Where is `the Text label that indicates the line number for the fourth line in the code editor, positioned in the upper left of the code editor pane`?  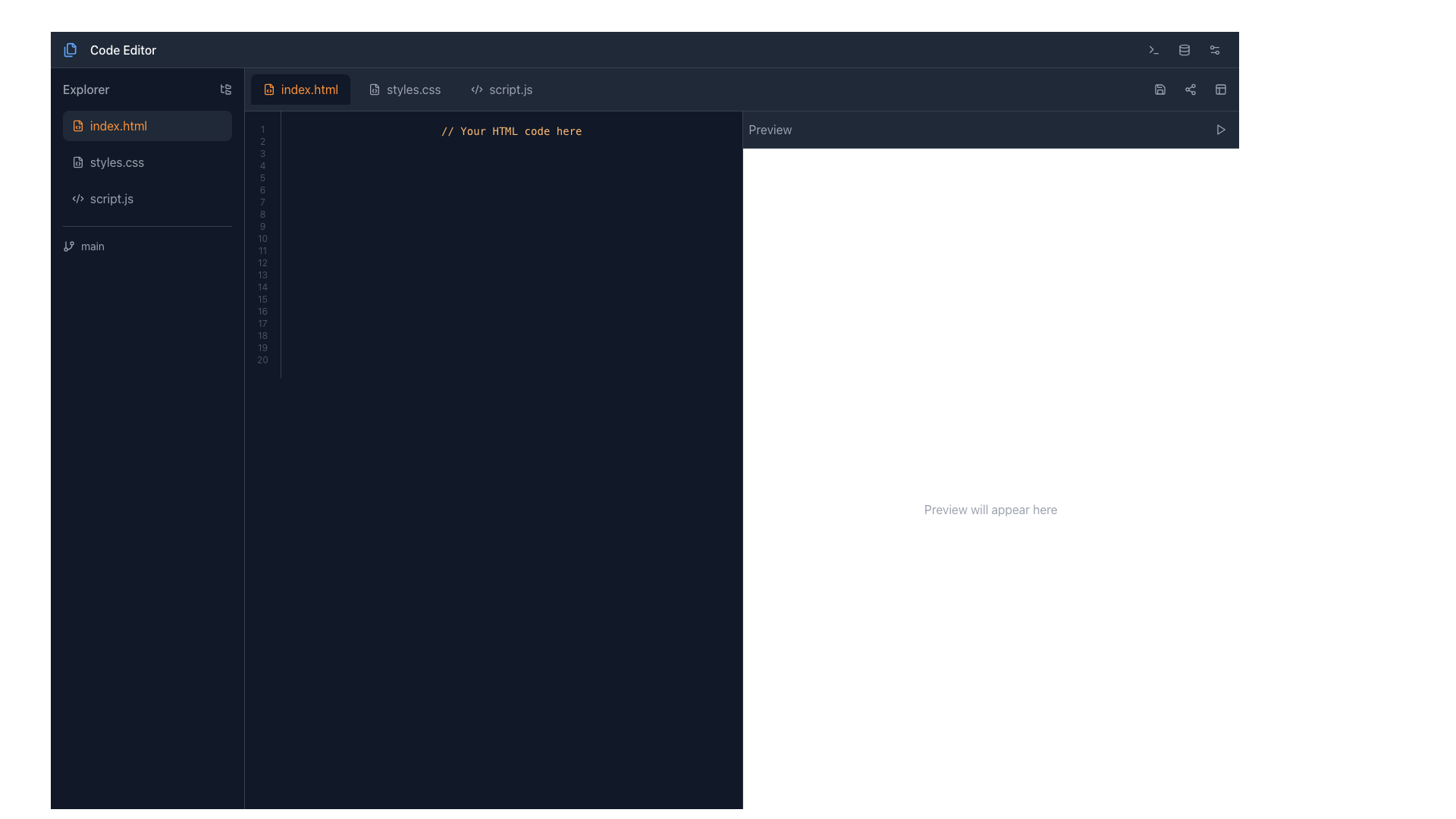
the Text label that indicates the line number for the fourth line in the code editor, positioned in the upper left of the code editor pane is located at coordinates (262, 166).